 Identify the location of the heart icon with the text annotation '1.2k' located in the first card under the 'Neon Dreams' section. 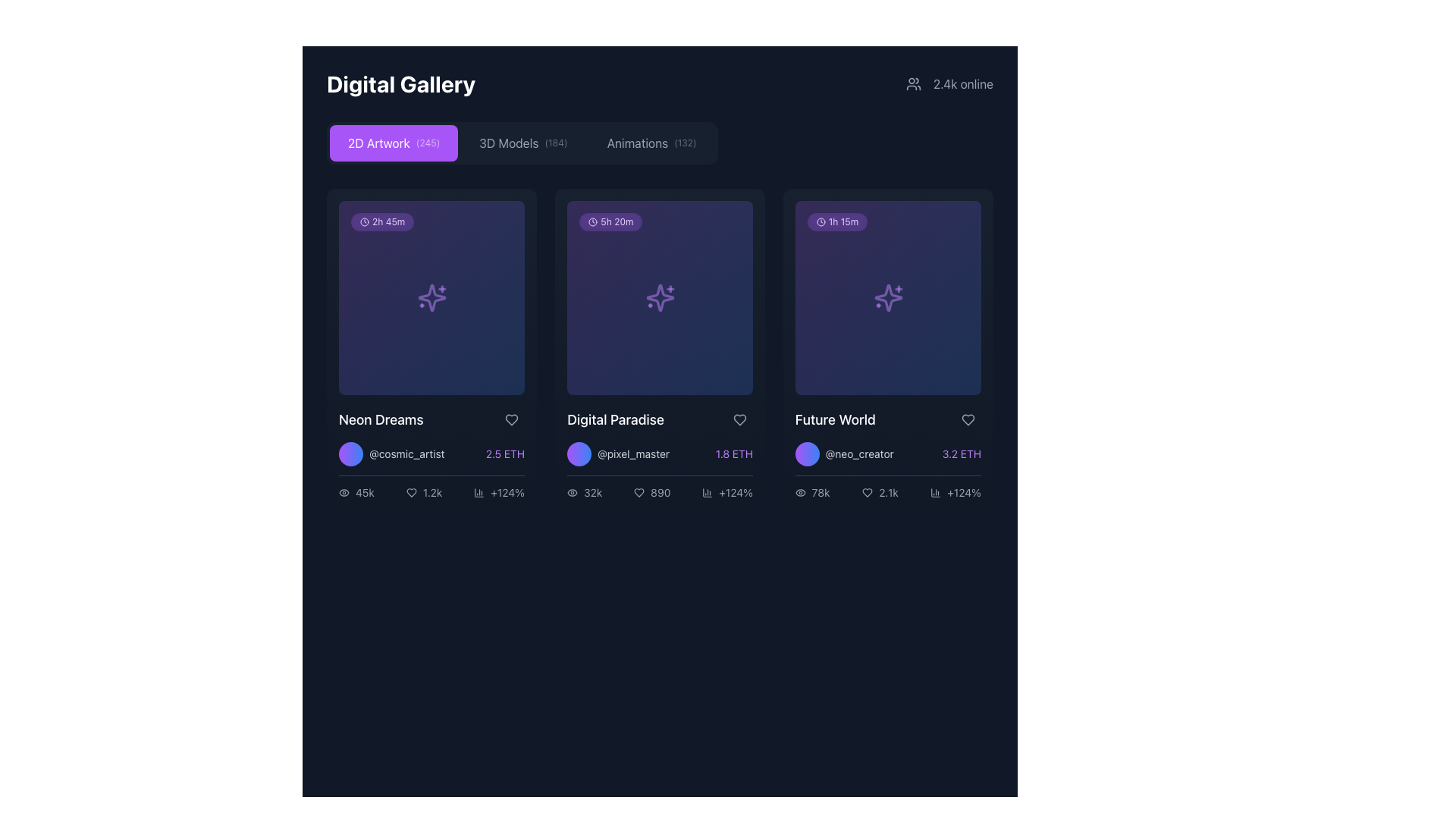
(424, 493).